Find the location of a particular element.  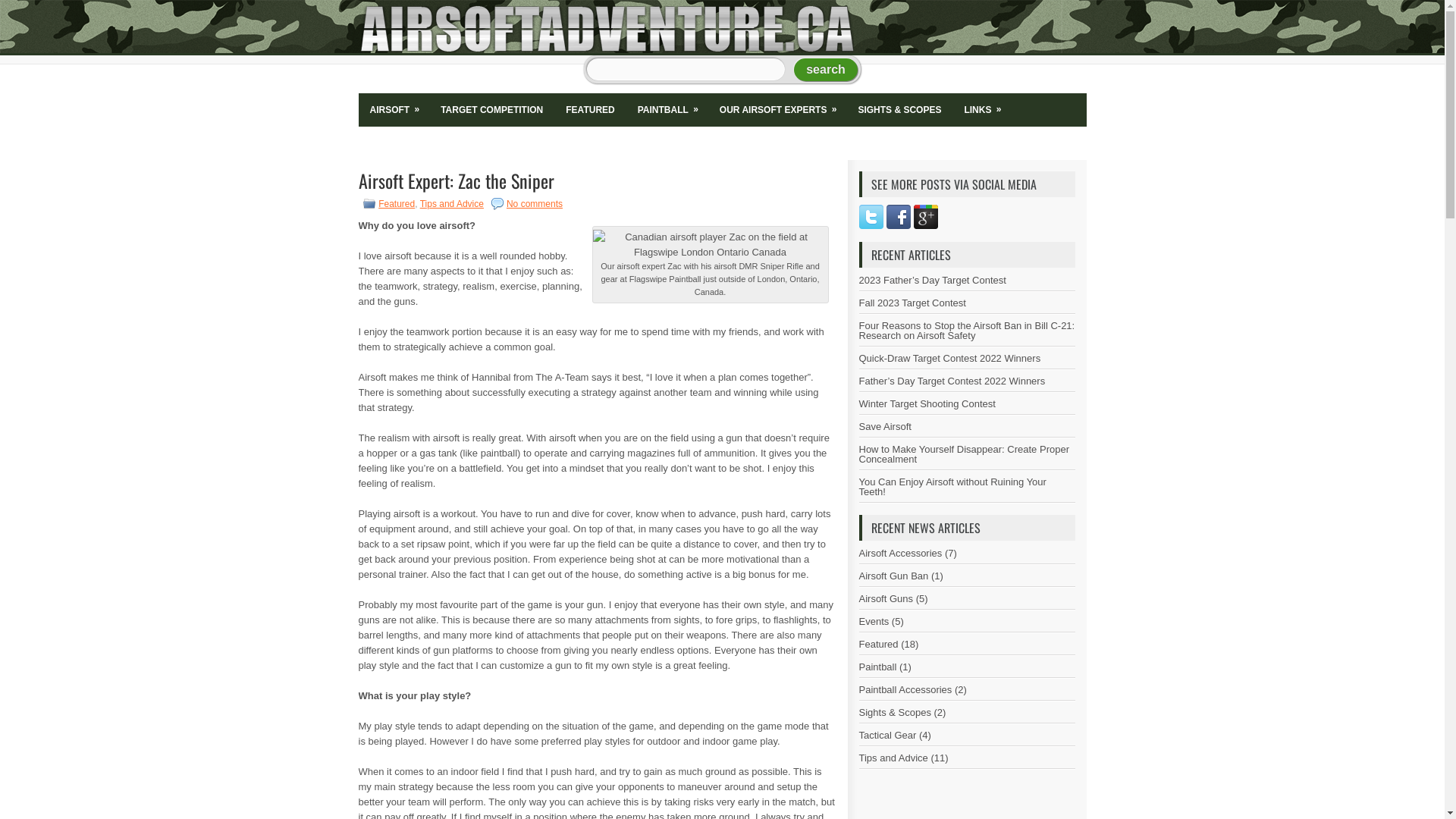

'Airsoft Accessories' is located at coordinates (899, 553).